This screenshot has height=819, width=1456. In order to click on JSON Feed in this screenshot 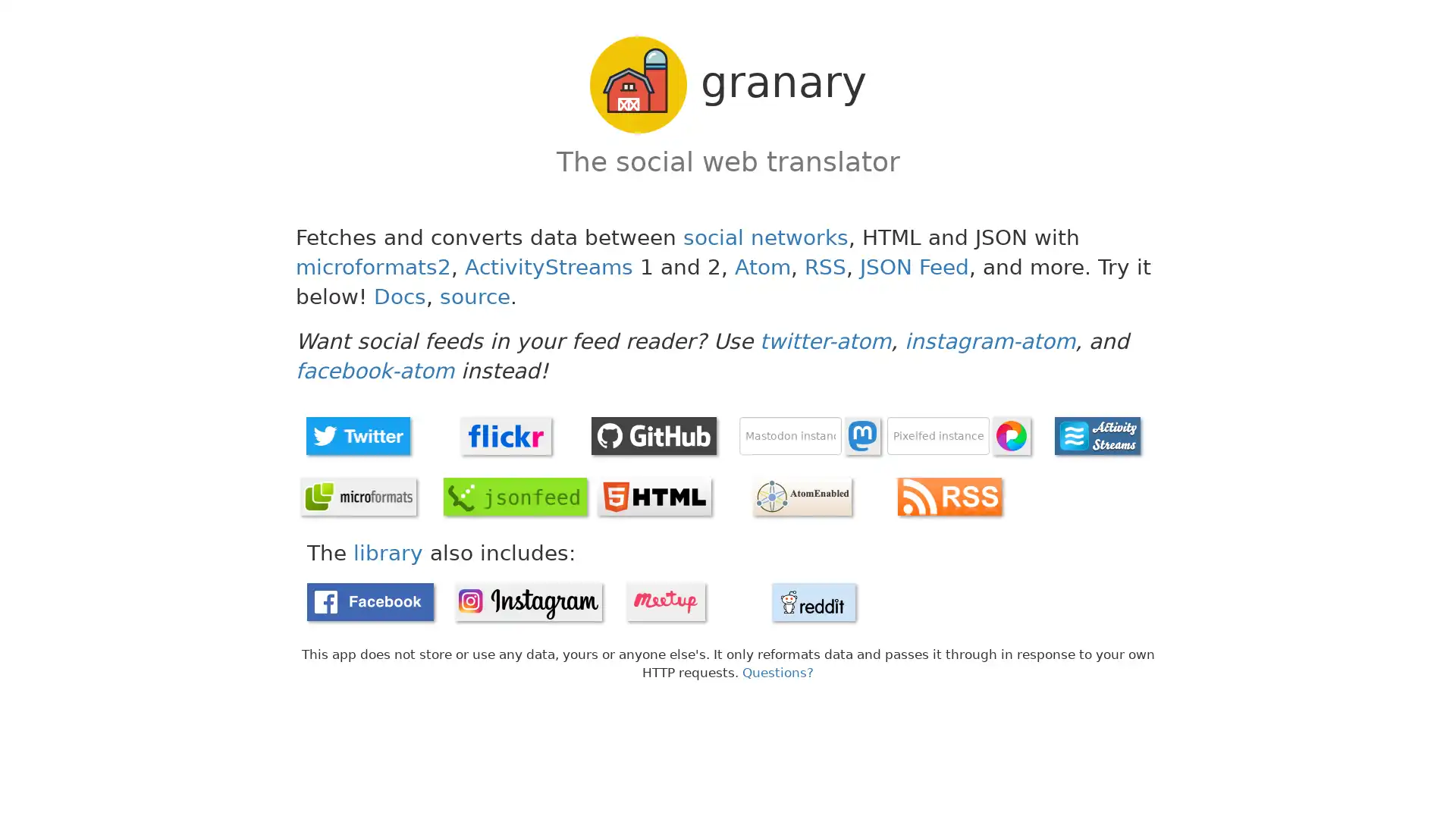, I will do `click(515, 496)`.